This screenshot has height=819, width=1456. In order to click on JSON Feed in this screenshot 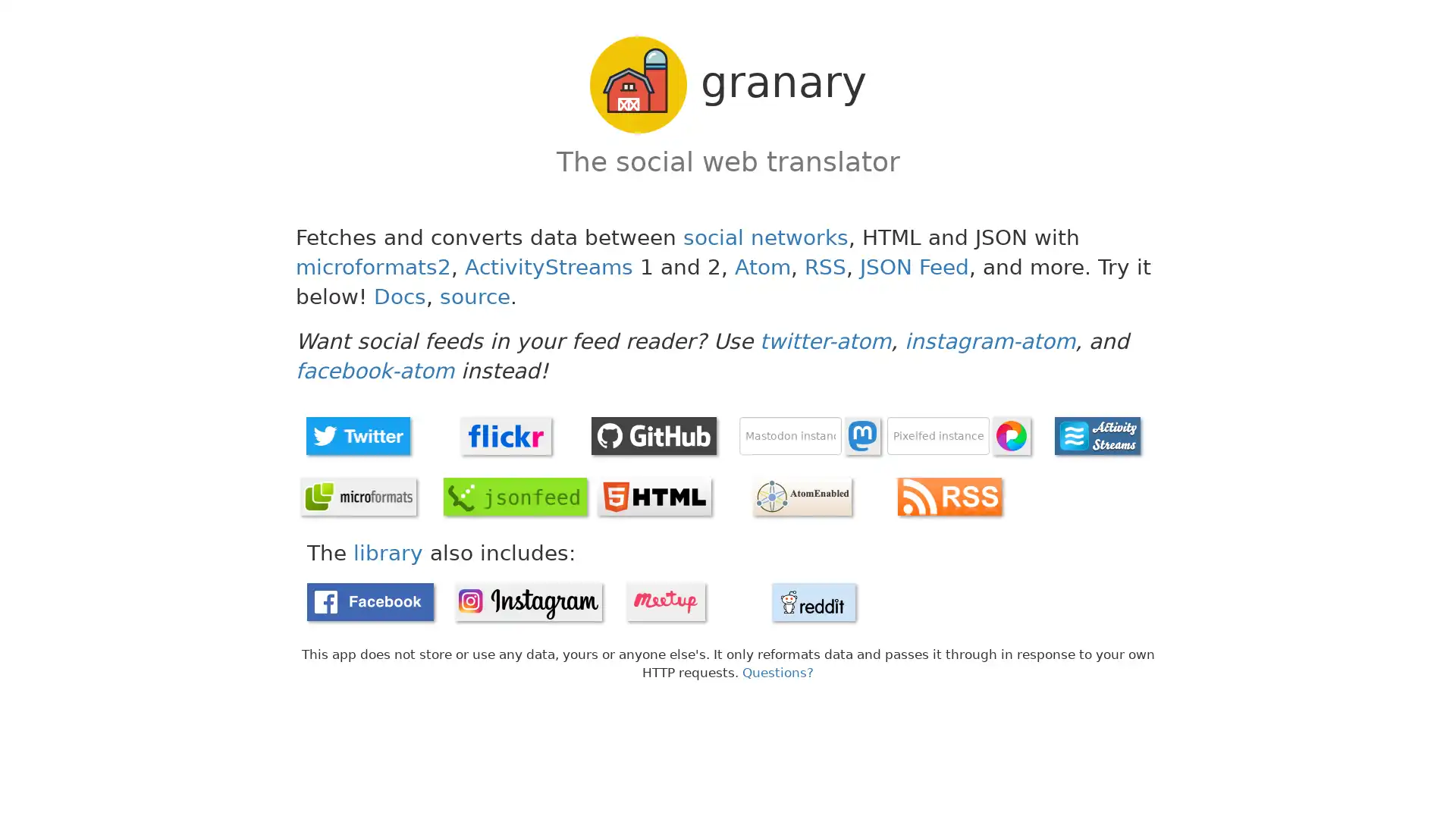, I will do `click(515, 496)`.